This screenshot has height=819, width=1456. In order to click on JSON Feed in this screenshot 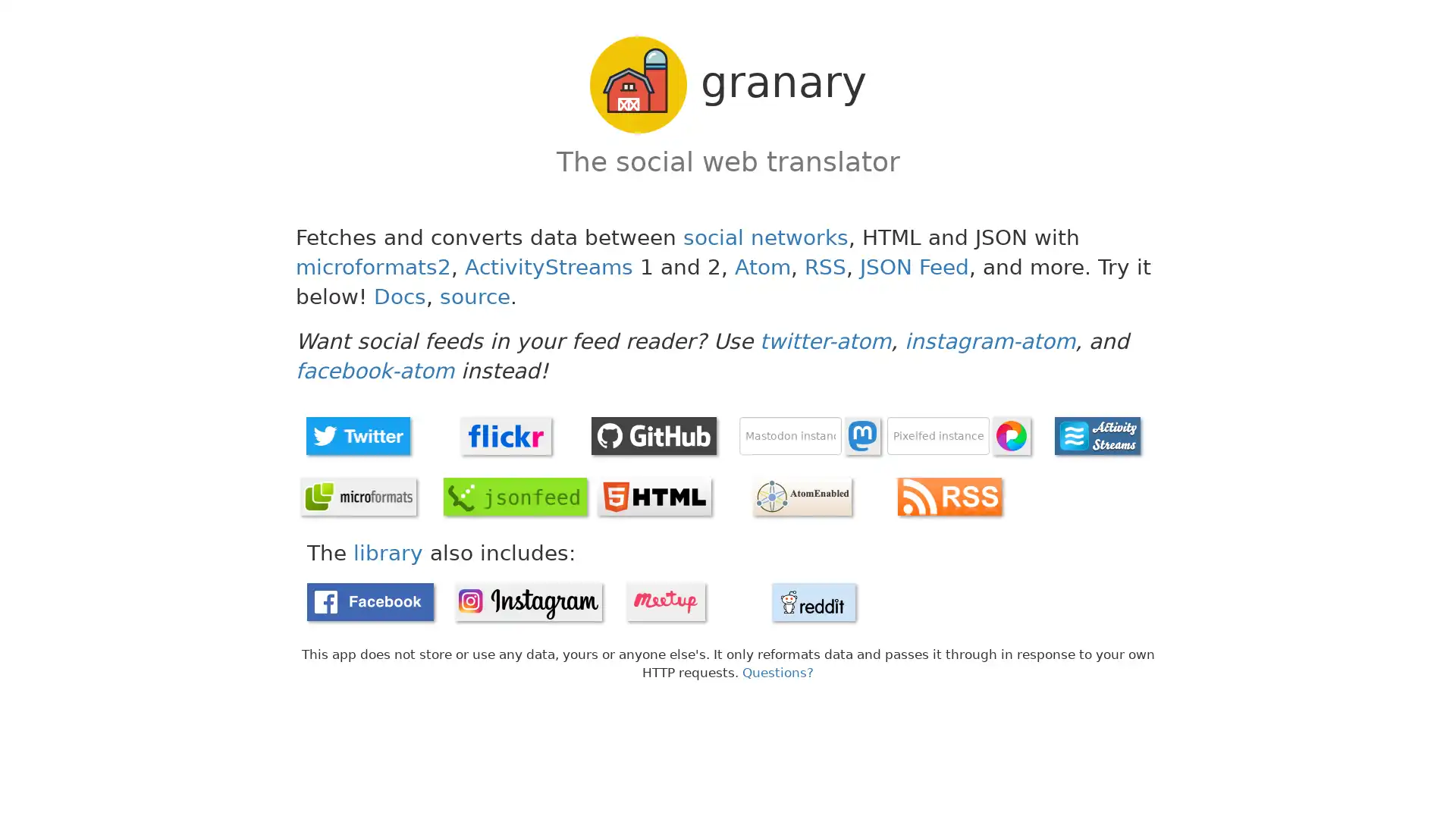, I will do `click(515, 496)`.